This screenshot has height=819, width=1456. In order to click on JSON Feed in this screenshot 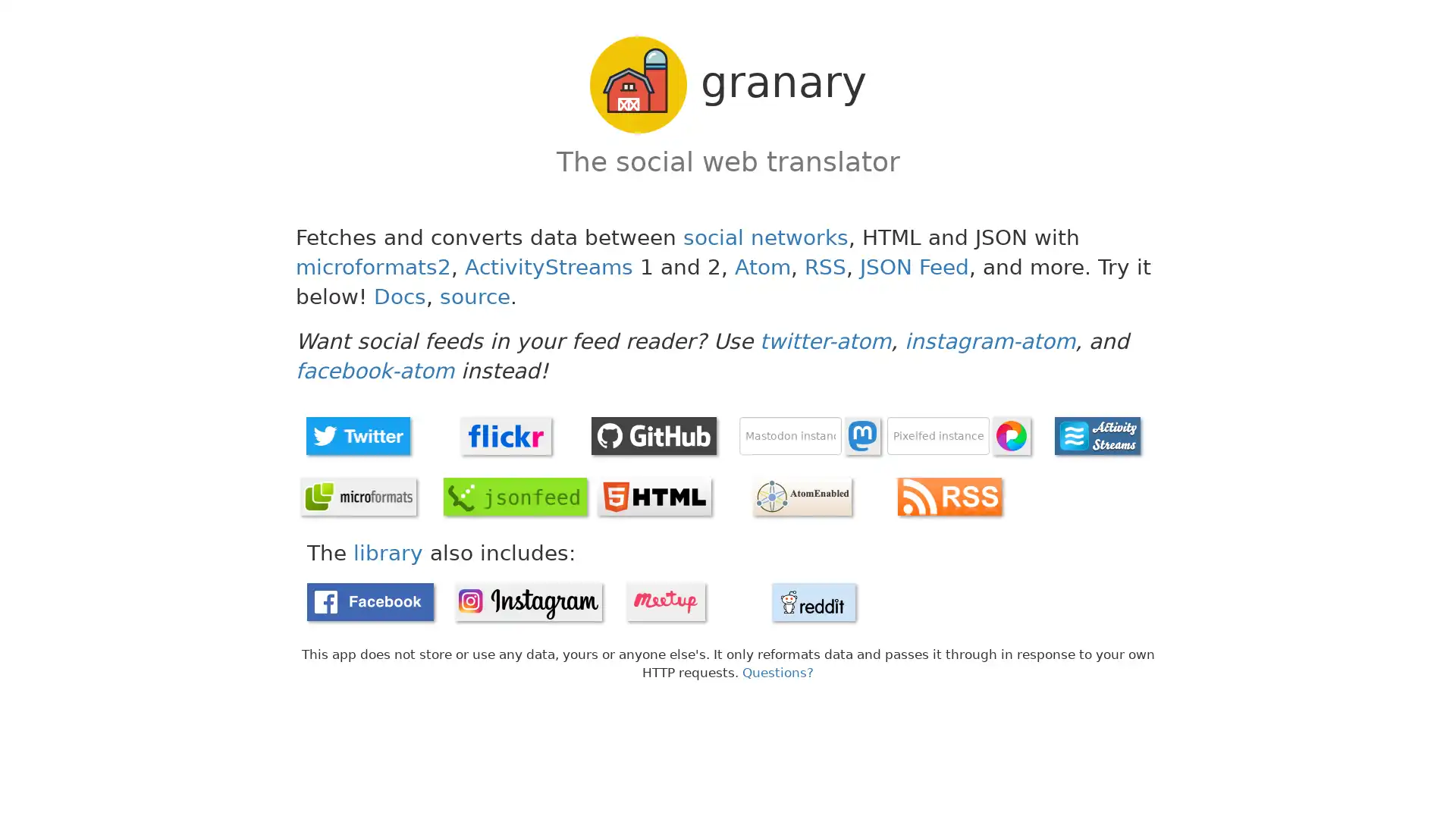, I will do `click(515, 496)`.